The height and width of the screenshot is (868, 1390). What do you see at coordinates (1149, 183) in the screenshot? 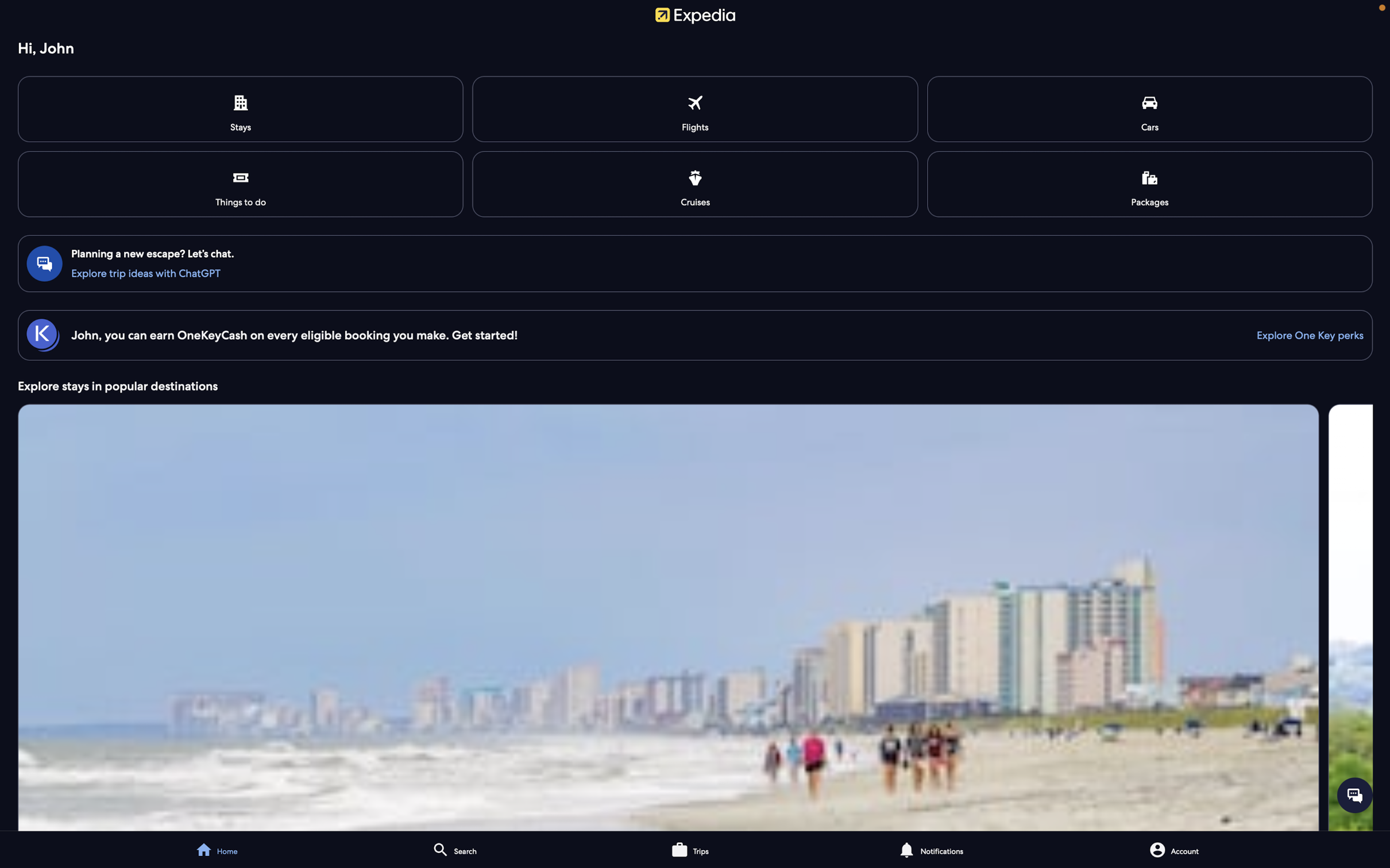
I see `and reserve package deals` at bounding box center [1149, 183].